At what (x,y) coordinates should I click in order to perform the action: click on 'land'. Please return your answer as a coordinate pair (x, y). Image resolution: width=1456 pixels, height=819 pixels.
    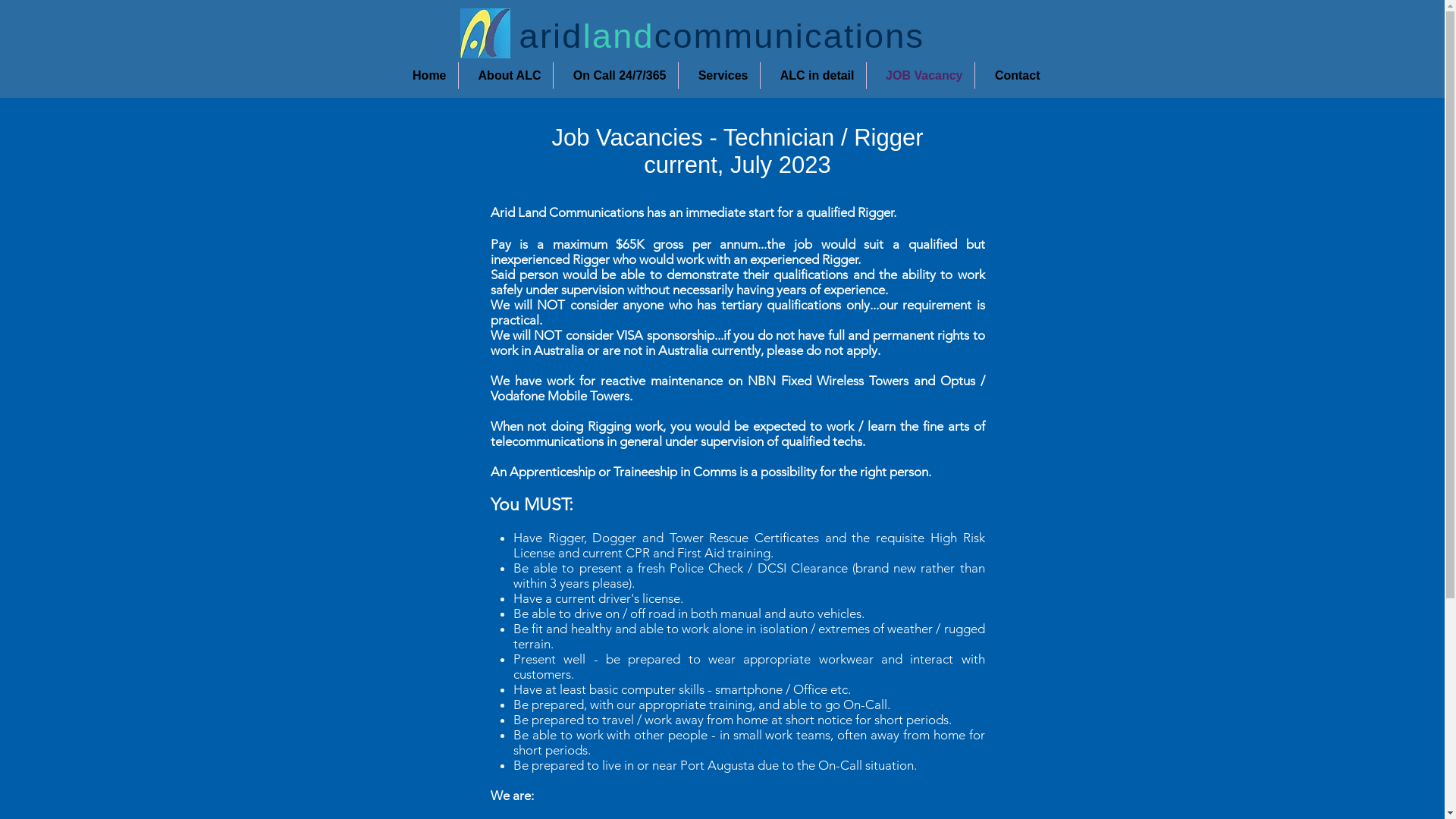
    Looking at the image, I should click on (619, 35).